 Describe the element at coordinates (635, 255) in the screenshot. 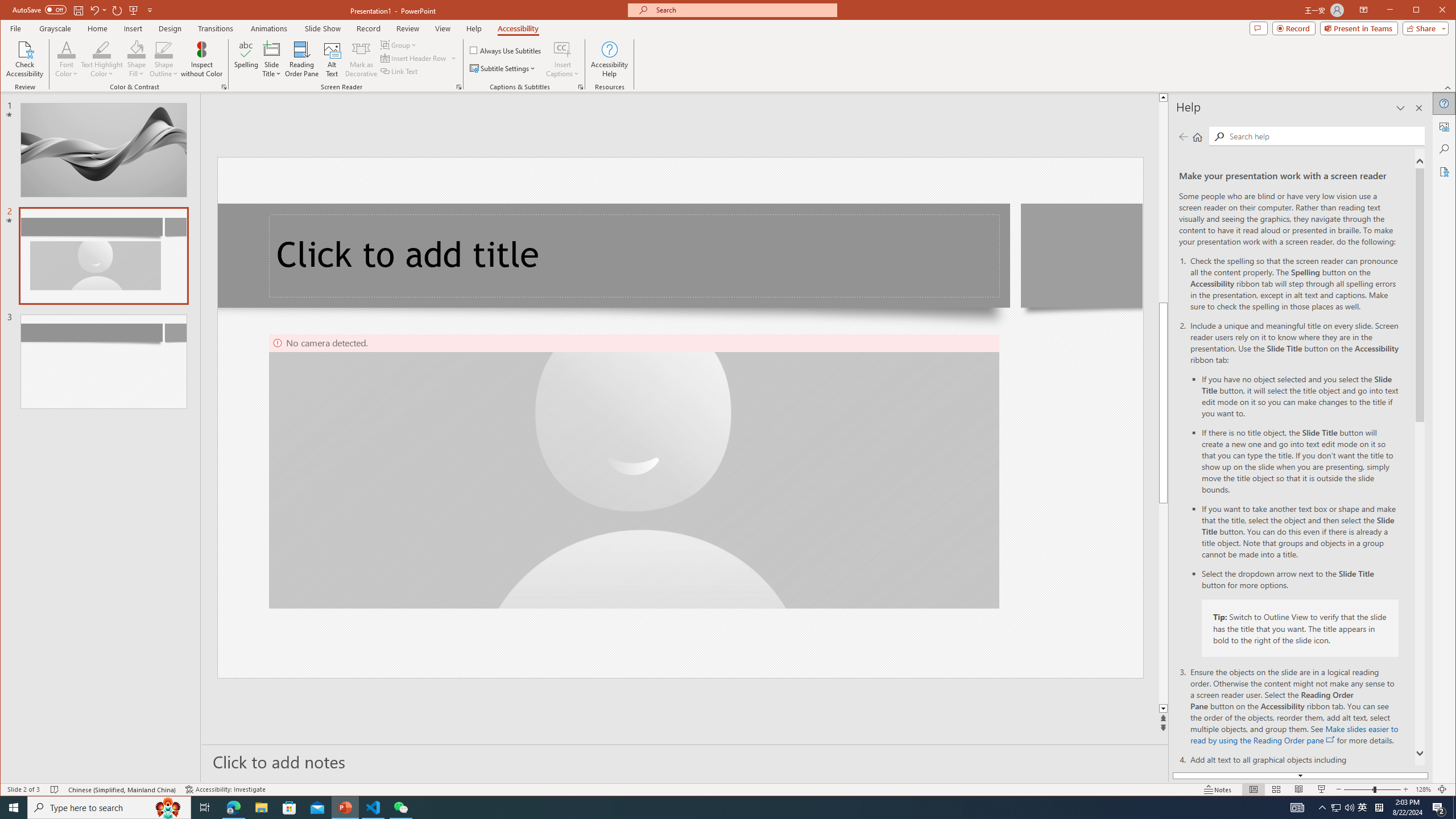

I see `'Title TextBox'` at that location.